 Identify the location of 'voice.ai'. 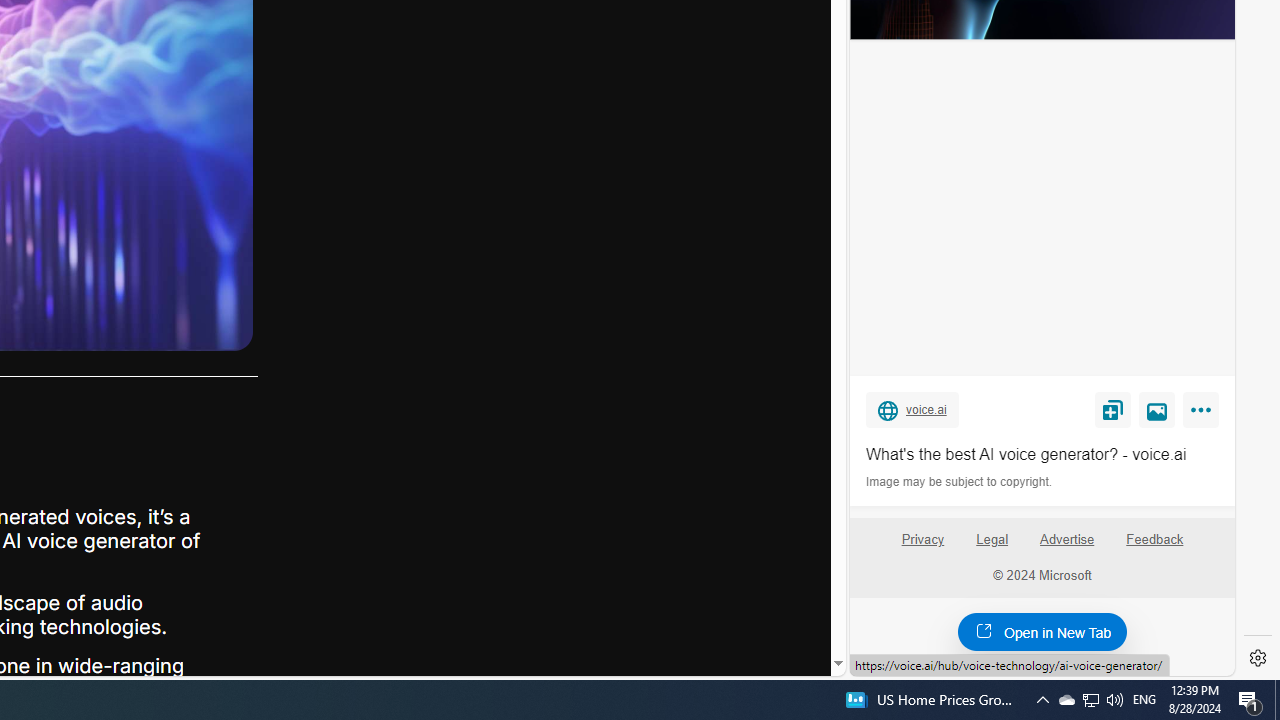
(911, 408).